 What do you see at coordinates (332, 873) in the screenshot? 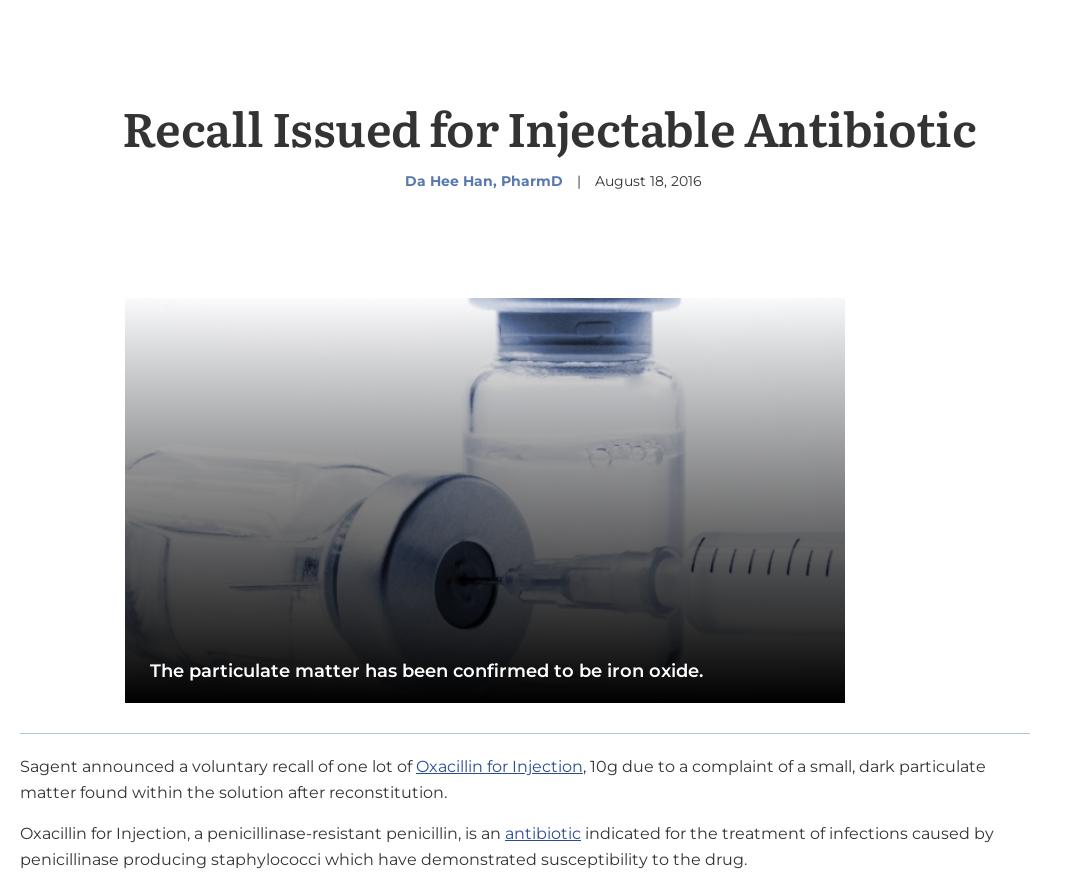
I see `'CONNECT'` at bounding box center [332, 873].